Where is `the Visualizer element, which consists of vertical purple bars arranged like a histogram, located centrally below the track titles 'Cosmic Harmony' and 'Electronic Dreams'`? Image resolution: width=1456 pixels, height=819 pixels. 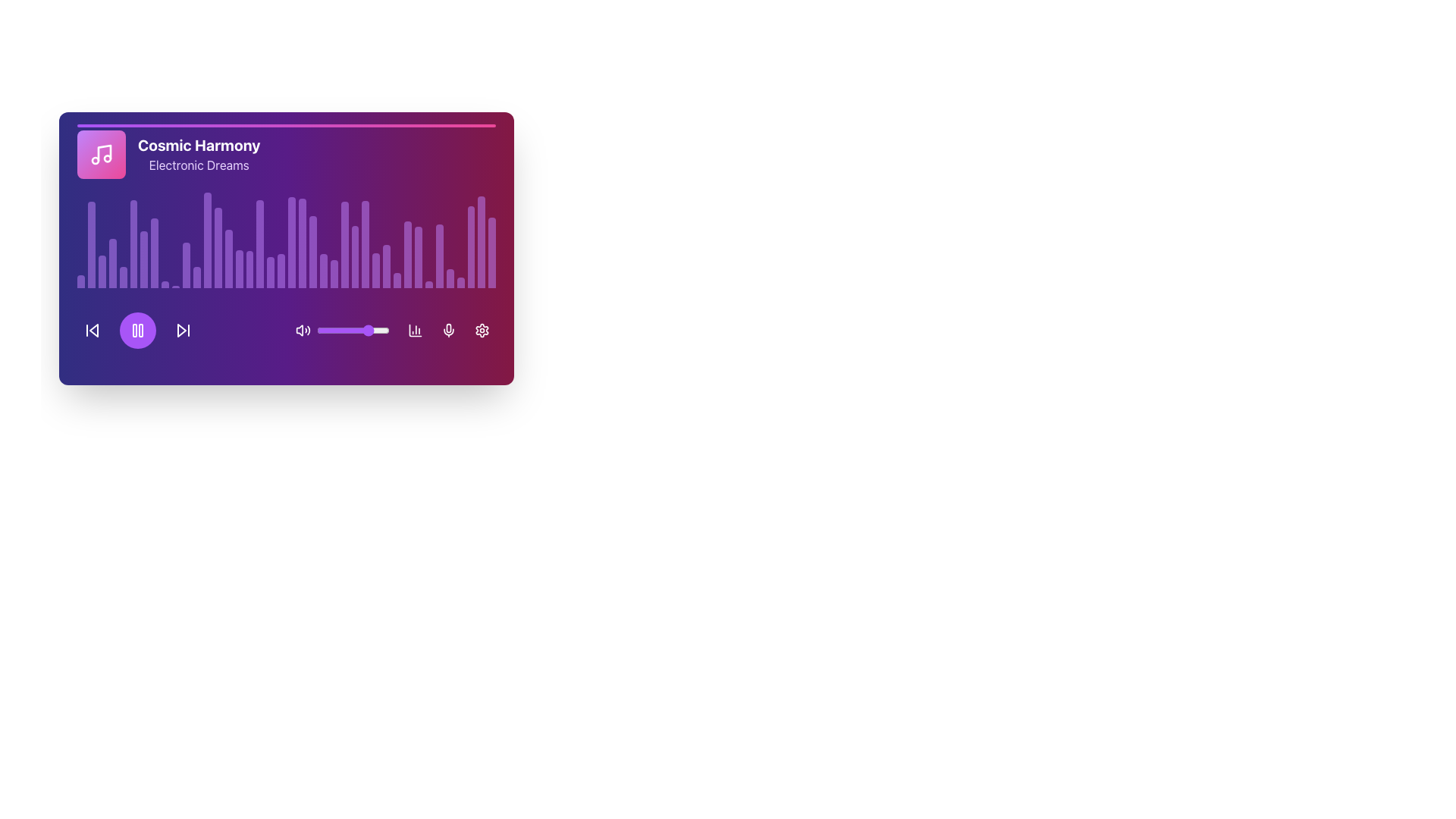 the Visualizer element, which consists of vertical purple bars arranged like a histogram, located centrally below the track titles 'Cosmic Harmony' and 'Electronic Dreams' is located at coordinates (287, 239).